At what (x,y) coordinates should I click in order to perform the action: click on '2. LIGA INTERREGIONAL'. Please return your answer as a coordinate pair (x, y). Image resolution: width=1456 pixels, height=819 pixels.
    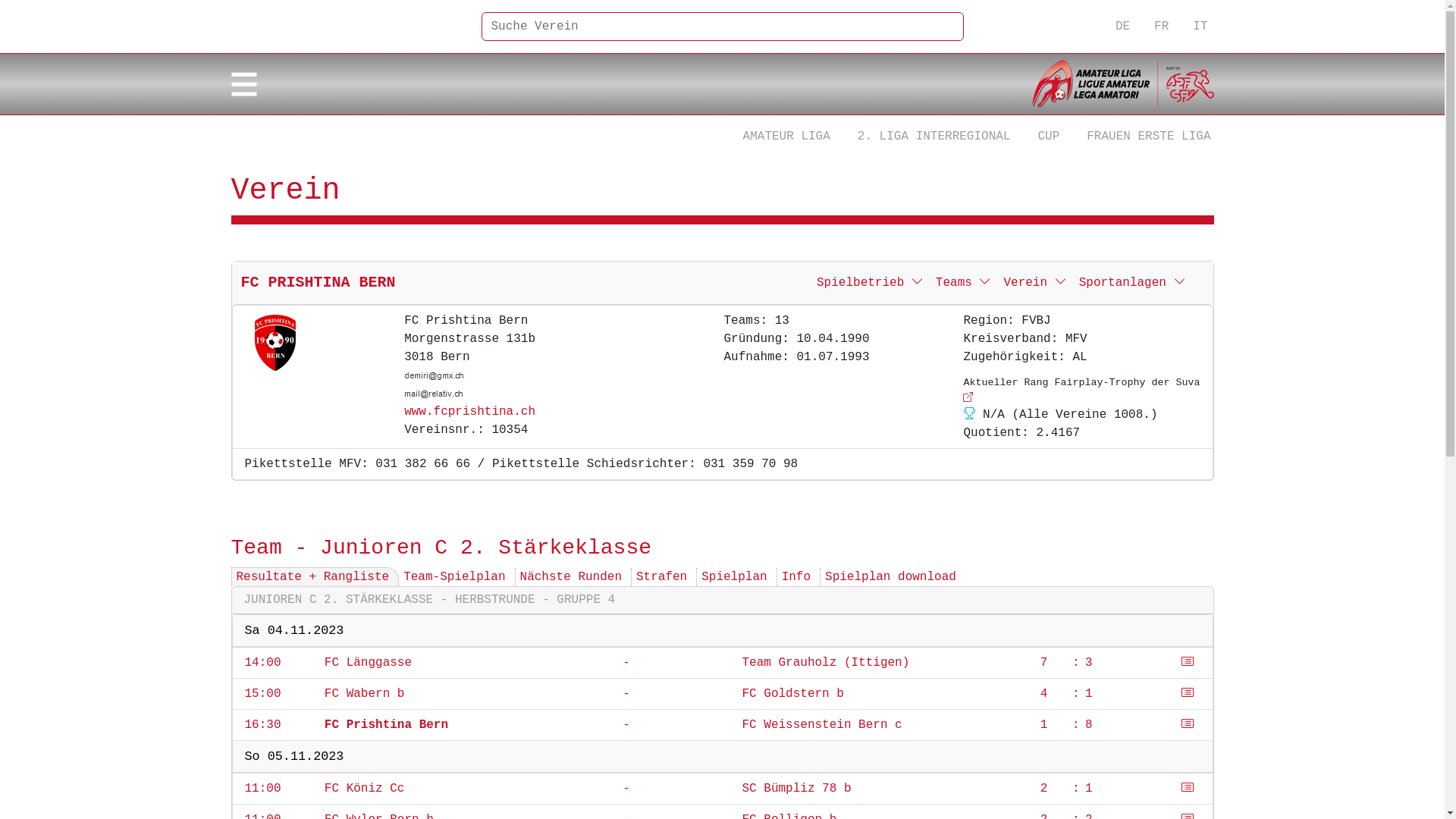
    Looking at the image, I should click on (934, 136).